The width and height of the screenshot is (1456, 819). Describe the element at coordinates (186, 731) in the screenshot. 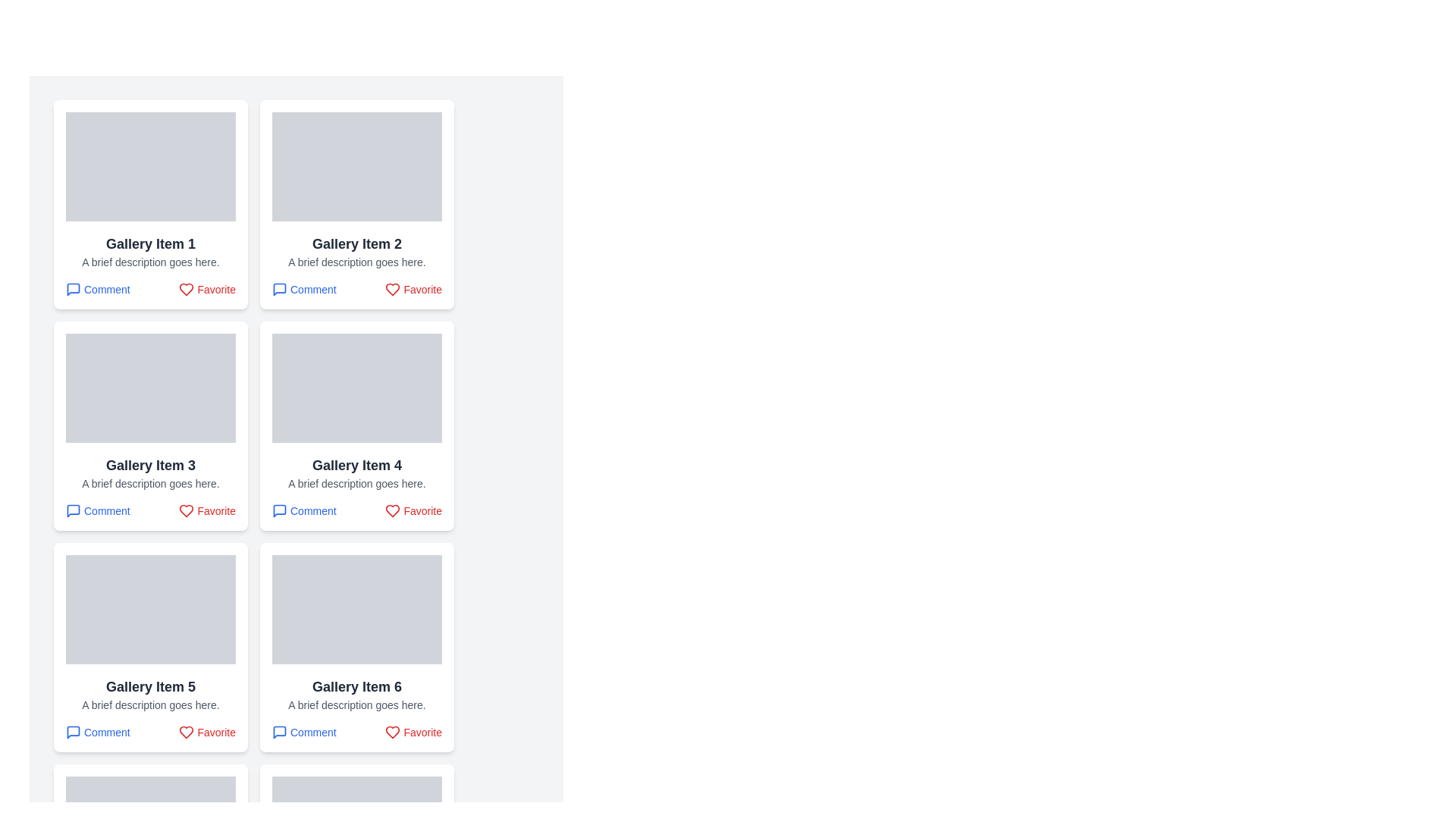

I see `the heart-shaped icon button located in 'Gallery Item 5' card to like the item` at that location.